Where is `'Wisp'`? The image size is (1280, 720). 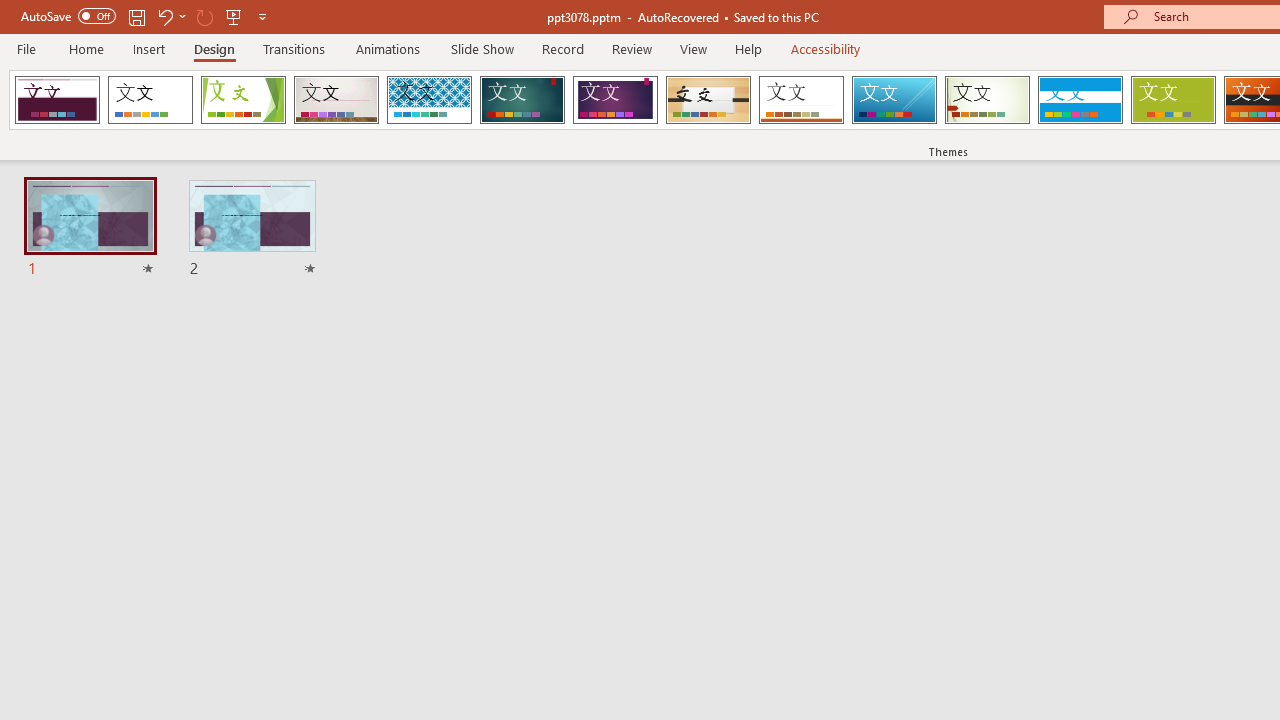 'Wisp' is located at coordinates (987, 100).